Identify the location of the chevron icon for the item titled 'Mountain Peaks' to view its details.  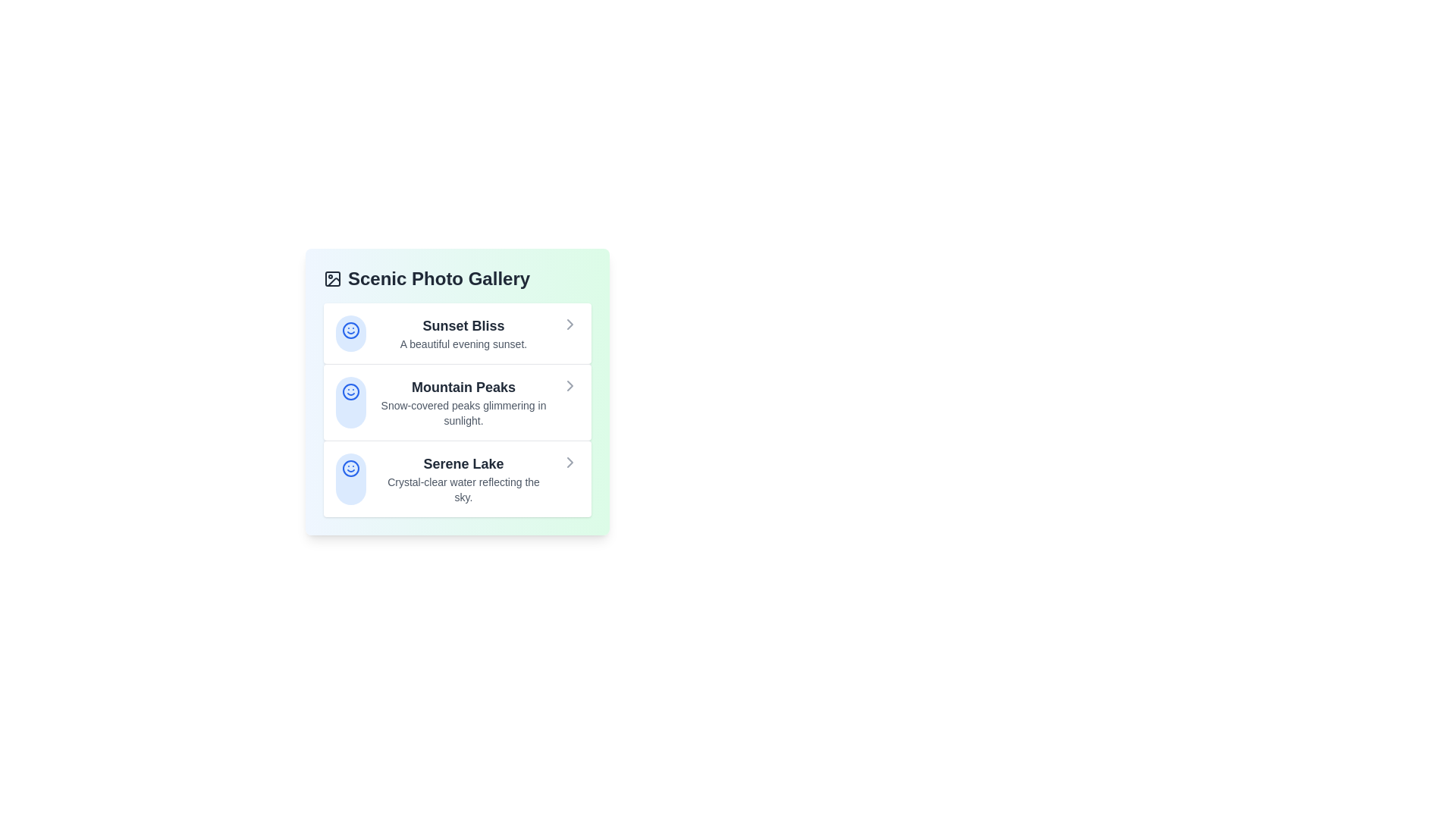
(570, 385).